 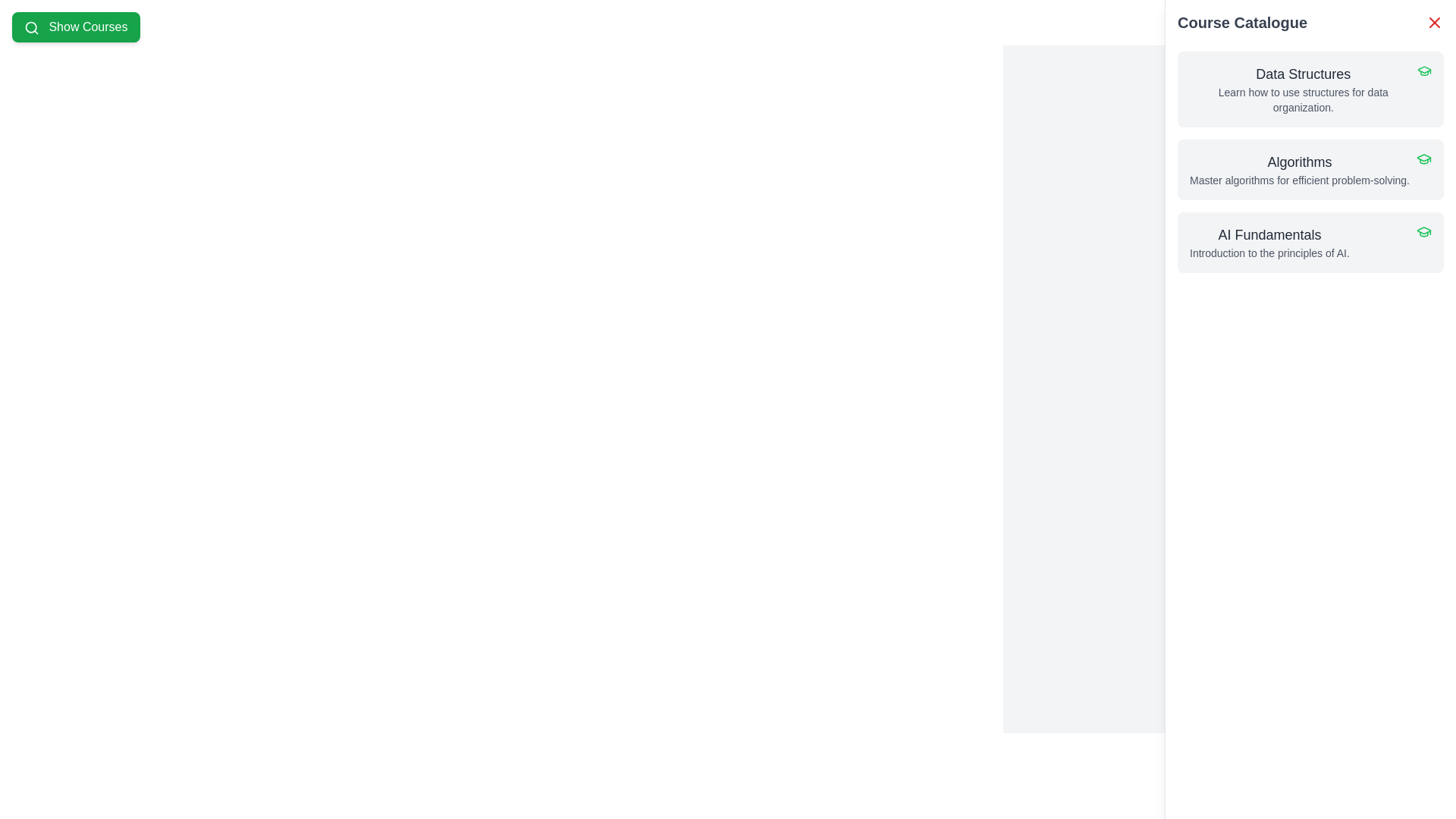 I want to click on the icon that signifies the 'AI Fundamentals' course, located to the right side of its section in the course list, so click(x=1423, y=231).